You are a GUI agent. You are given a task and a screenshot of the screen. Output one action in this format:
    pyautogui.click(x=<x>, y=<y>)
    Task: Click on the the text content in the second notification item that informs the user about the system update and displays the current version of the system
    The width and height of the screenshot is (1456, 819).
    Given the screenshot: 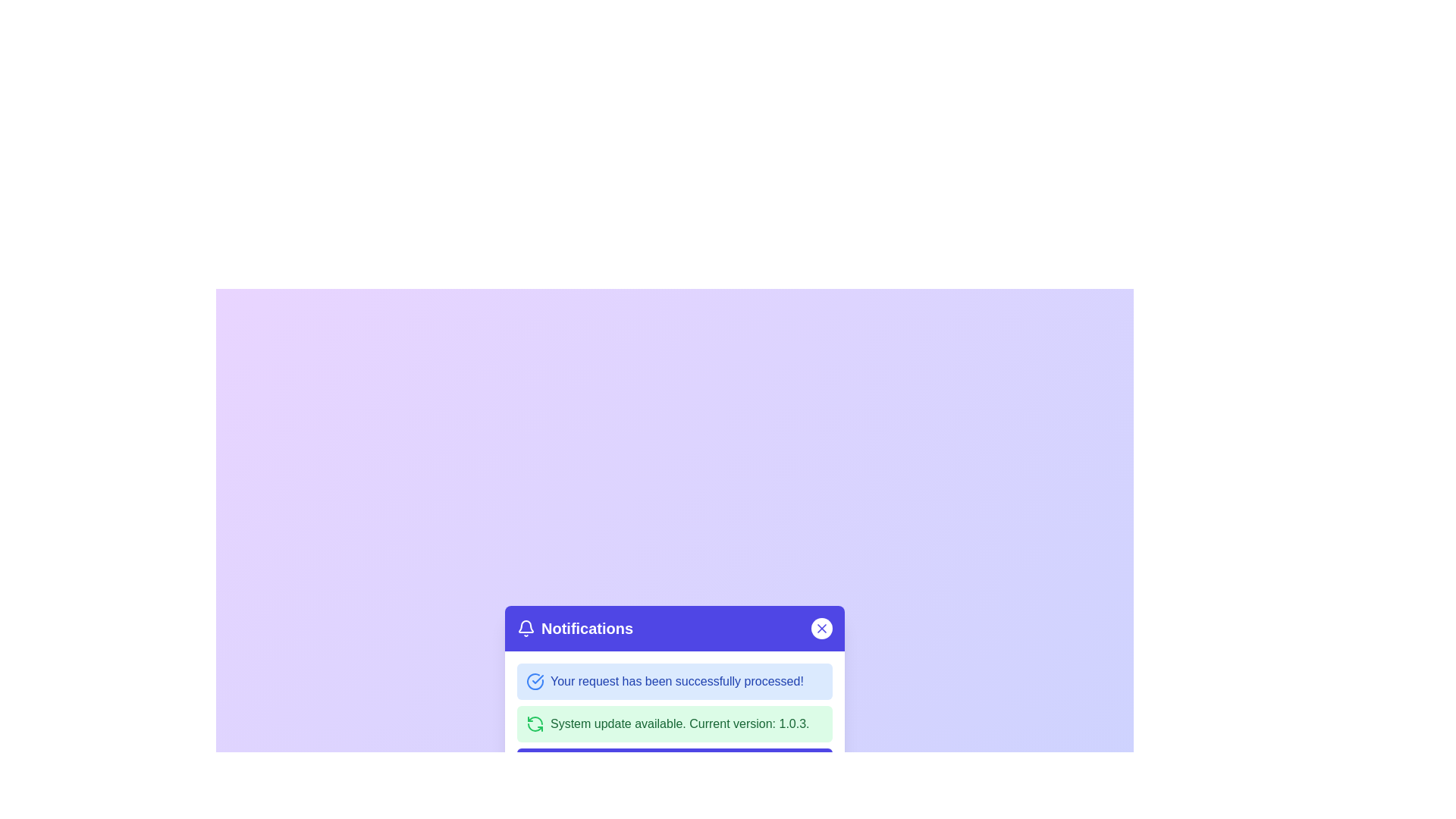 What is the action you would take?
    pyautogui.click(x=679, y=723)
    